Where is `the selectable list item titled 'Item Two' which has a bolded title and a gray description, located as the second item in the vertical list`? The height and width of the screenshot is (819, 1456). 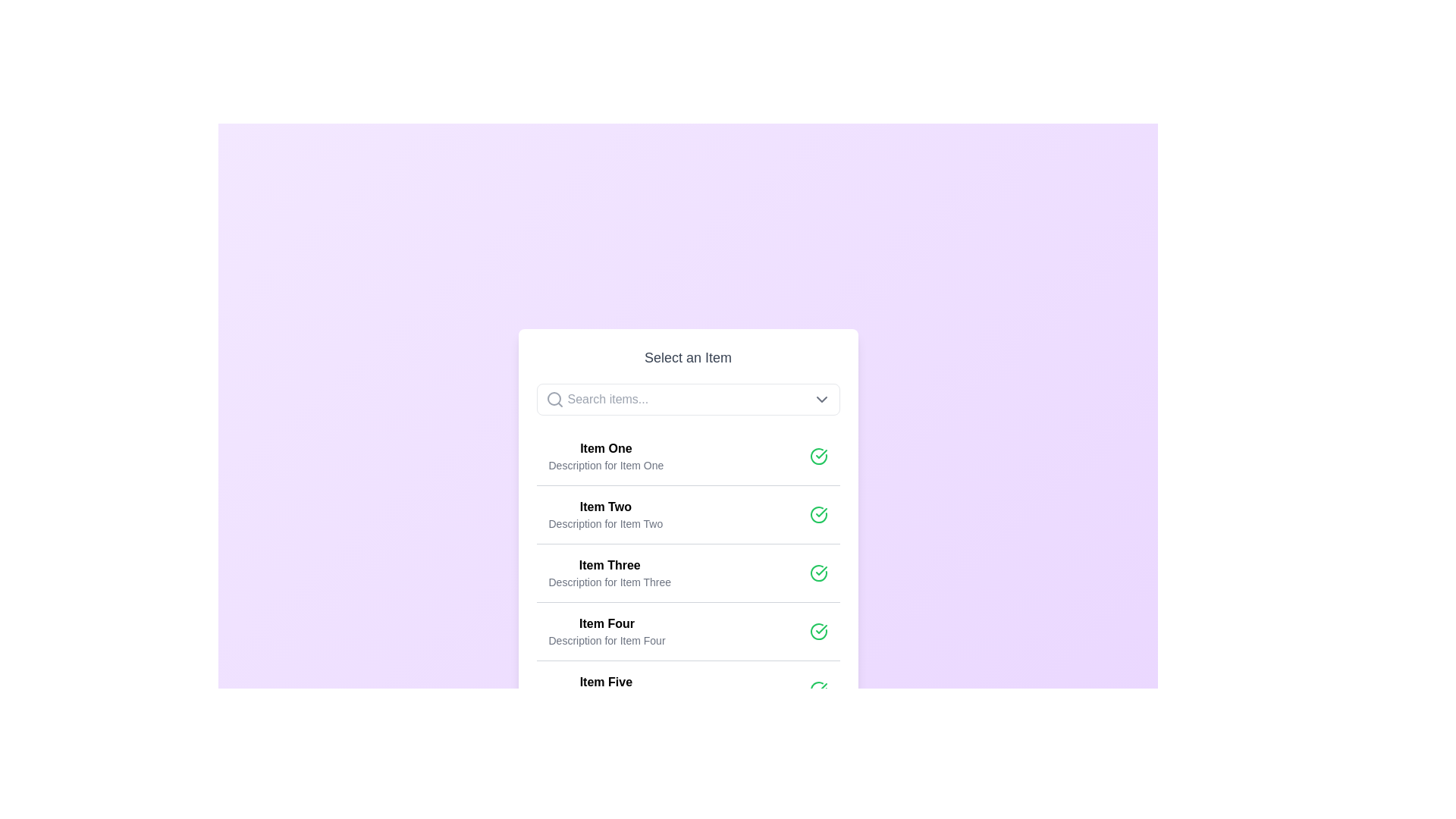 the selectable list item titled 'Item Two' which has a bolded title and a gray description, located as the second item in the vertical list is located at coordinates (604, 513).